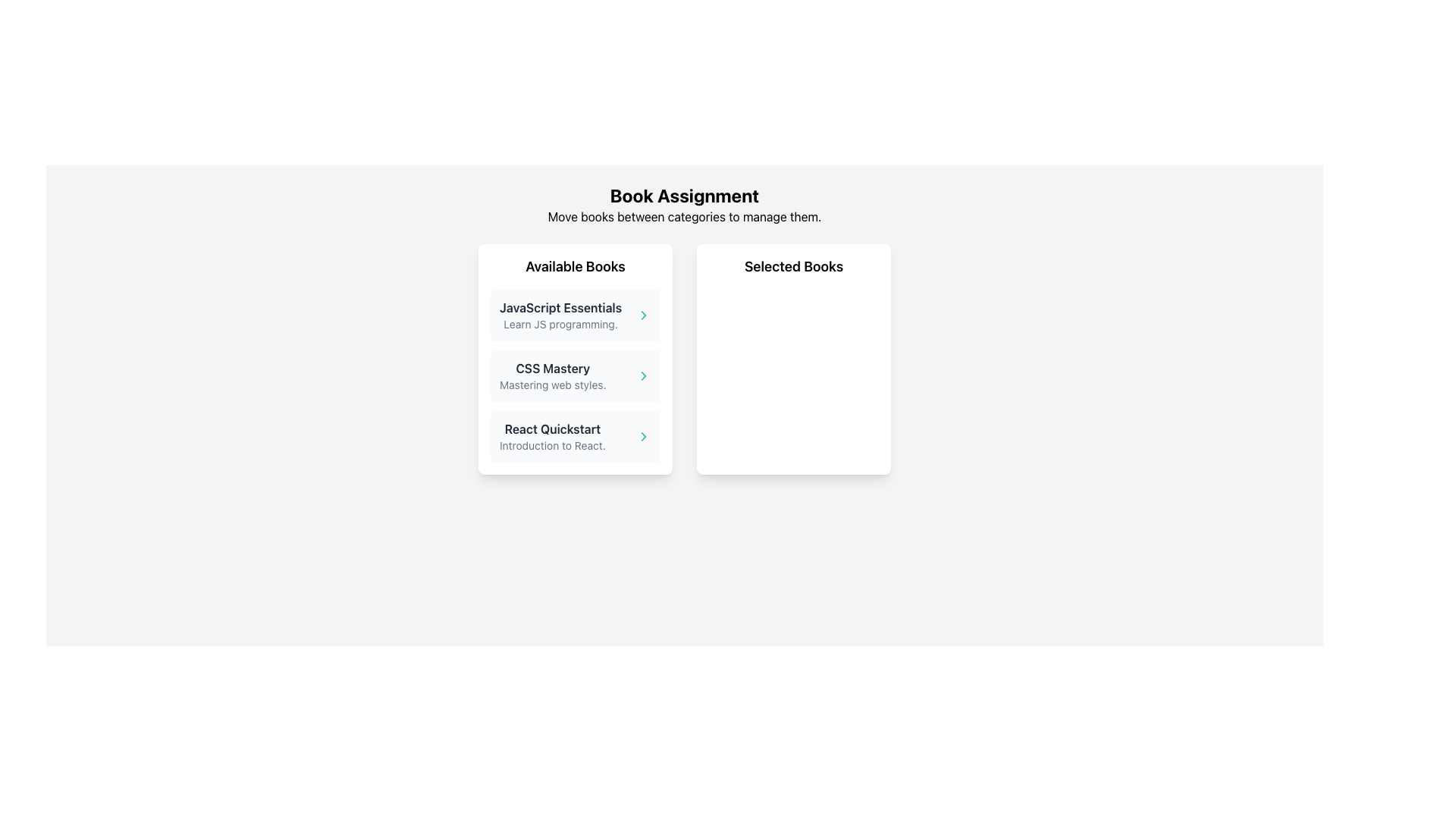 This screenshot has width=1456, height=819. I want to click on the informative text label for the book 'React Quickstart', which is positioned as the subtitle underneath the title in the 'Available Books' list, so click(551, 444).